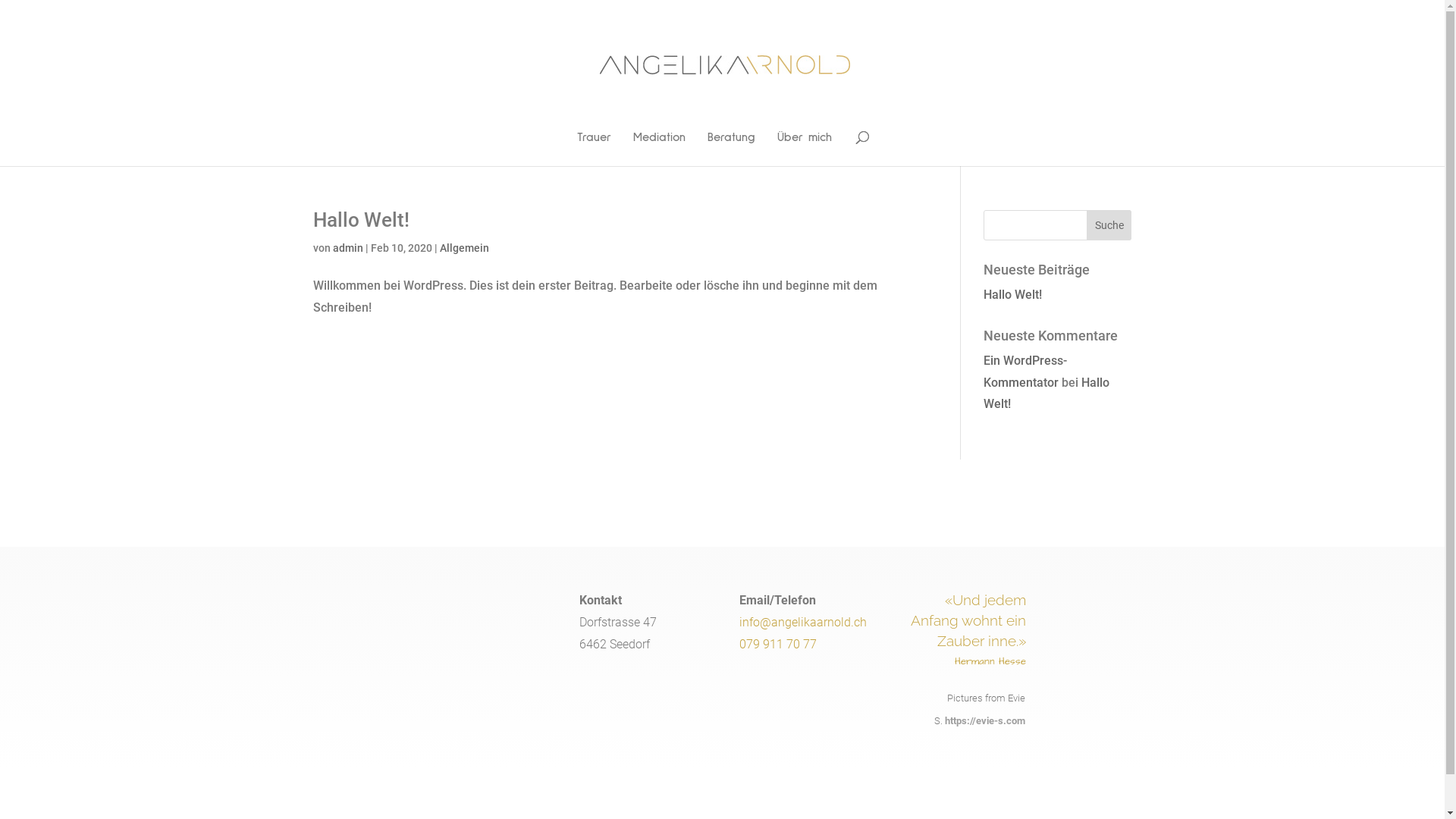 This screenshot has width=1456, height=819. Describe the element at coordinates (346, 247) in the screenshot. I see `'admin'` at that location.